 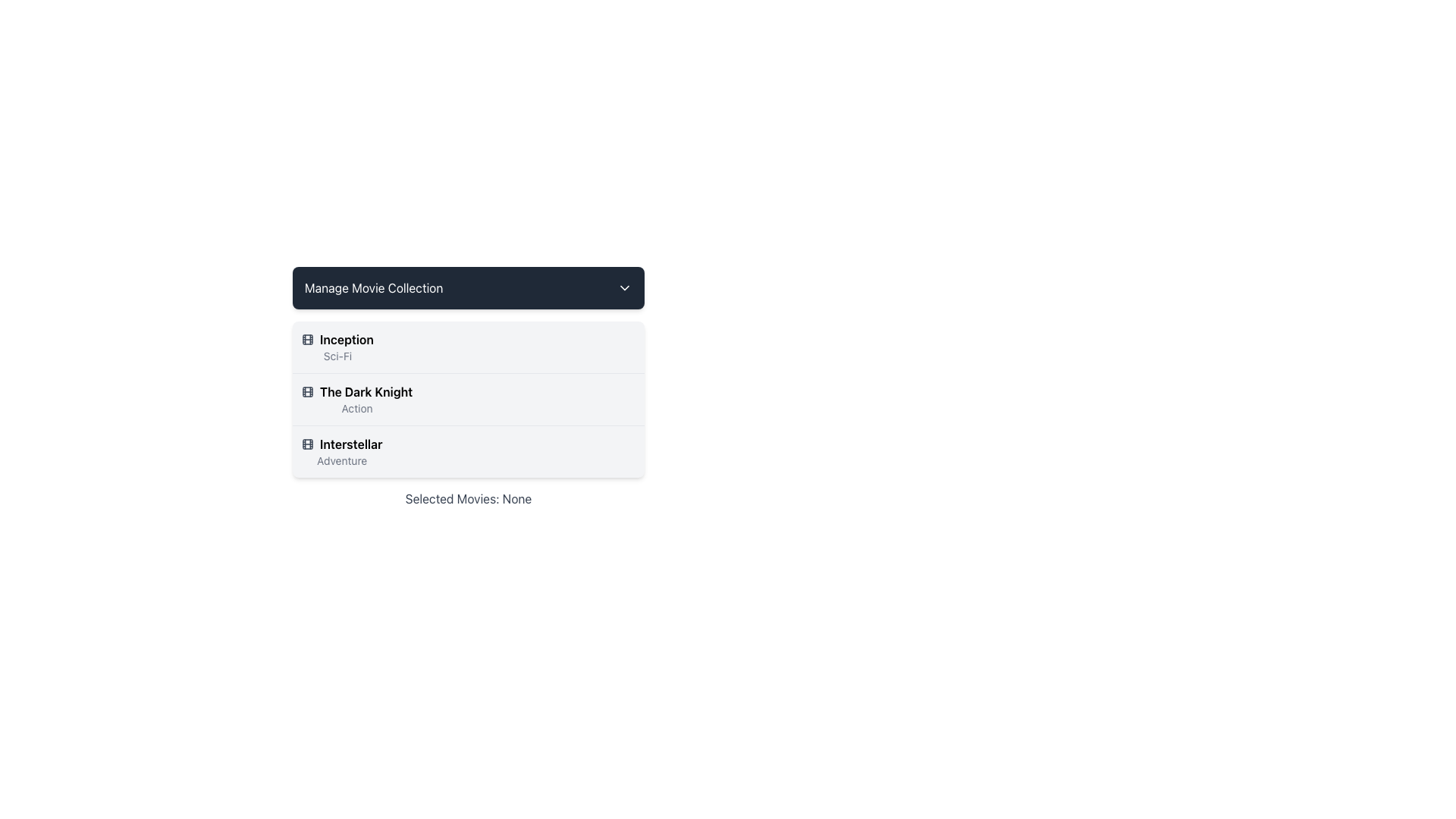 What do you see at coordinates (341, 451) in the screenshot?
I see `text from the label displaying 'Interstellar' in bold and 'Adventure' in regular gray font, located centrally aligned as the third element in the vertical list` at bounding box center [341, 451].